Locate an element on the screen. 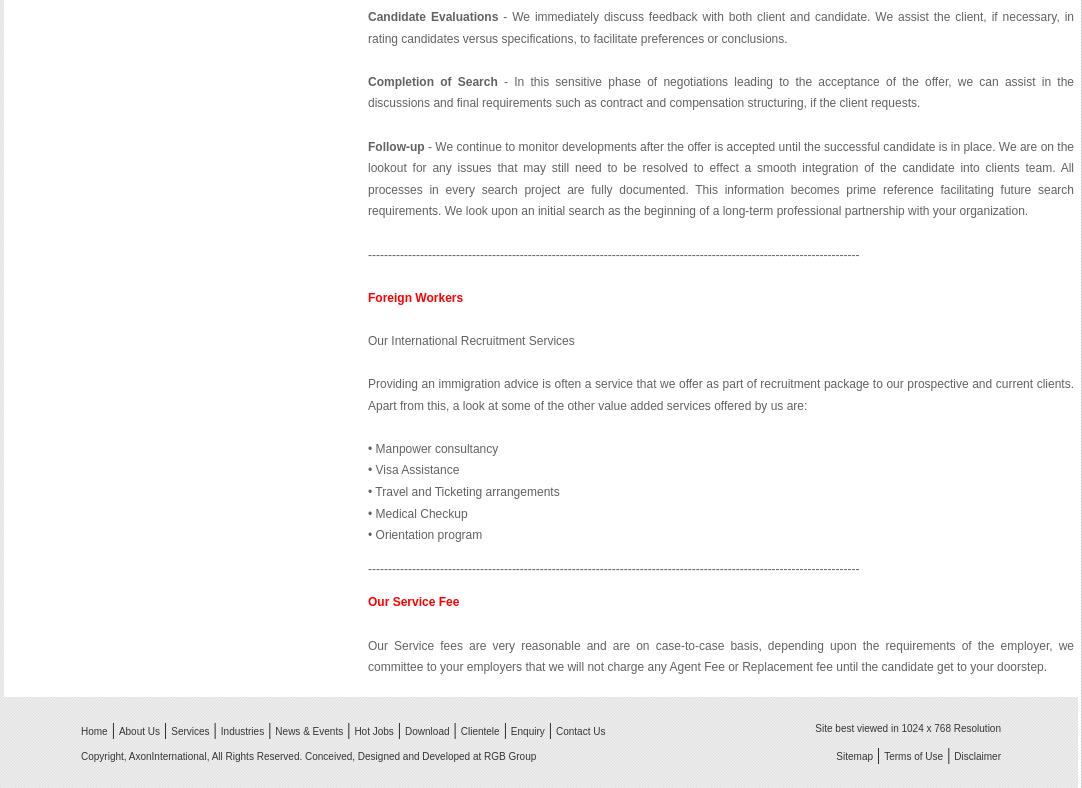 This screenshot has width=1082, height=788. 'News & Events' is located at coordinates (308, 731).